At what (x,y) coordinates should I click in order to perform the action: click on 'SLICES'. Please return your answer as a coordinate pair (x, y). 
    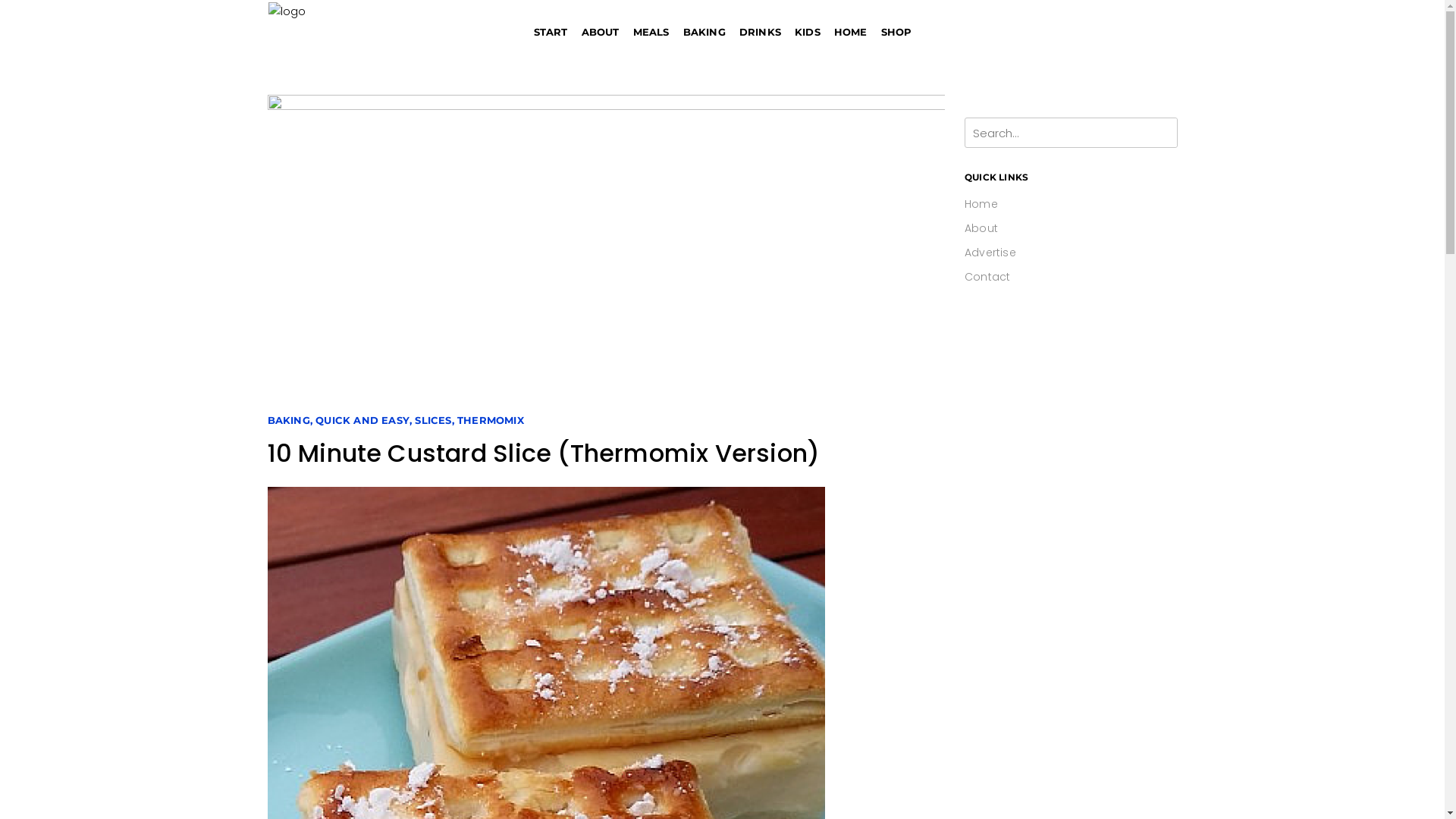
    Looking at the image, I should click on (432, 420).